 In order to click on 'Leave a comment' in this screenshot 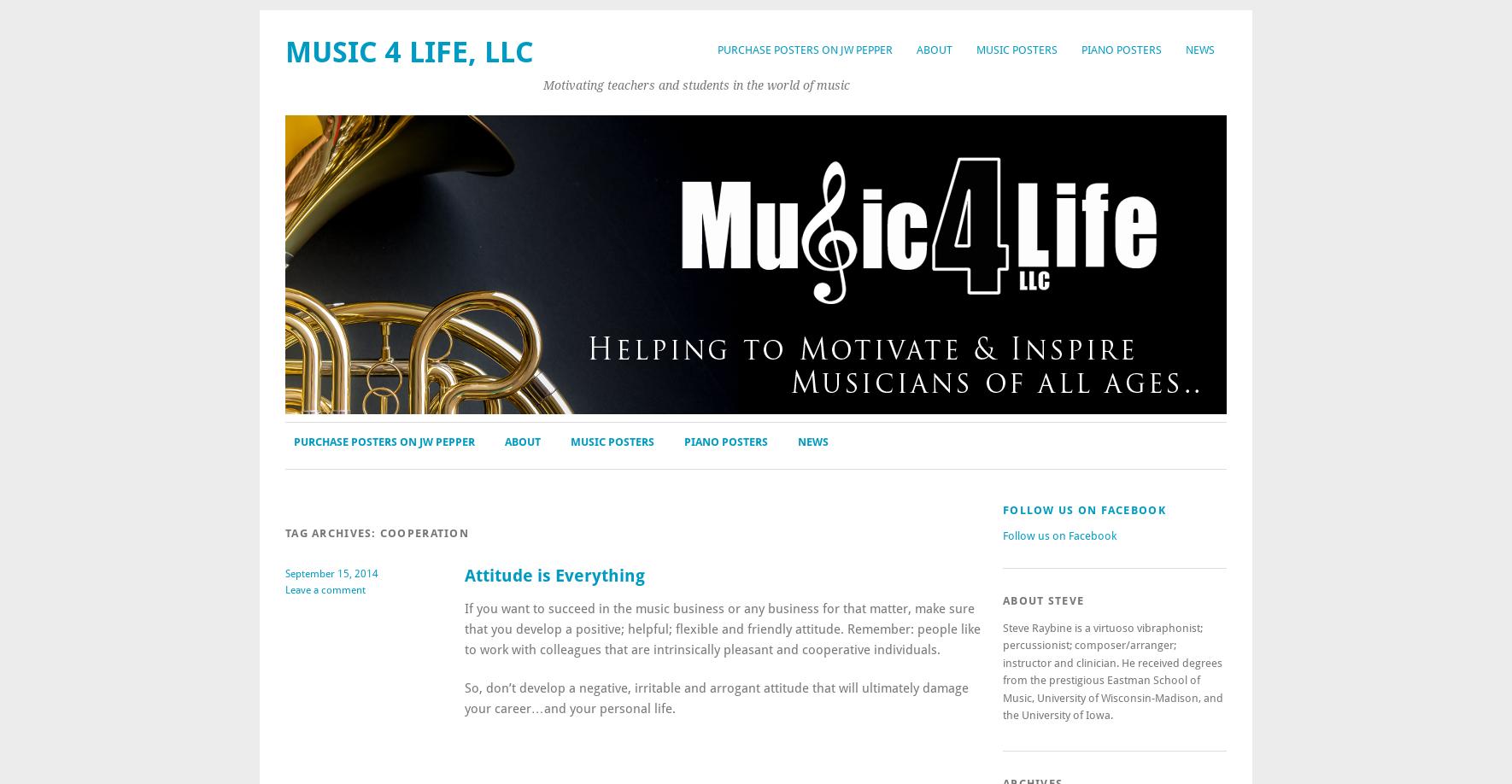, I will do `click(325, 588)`.